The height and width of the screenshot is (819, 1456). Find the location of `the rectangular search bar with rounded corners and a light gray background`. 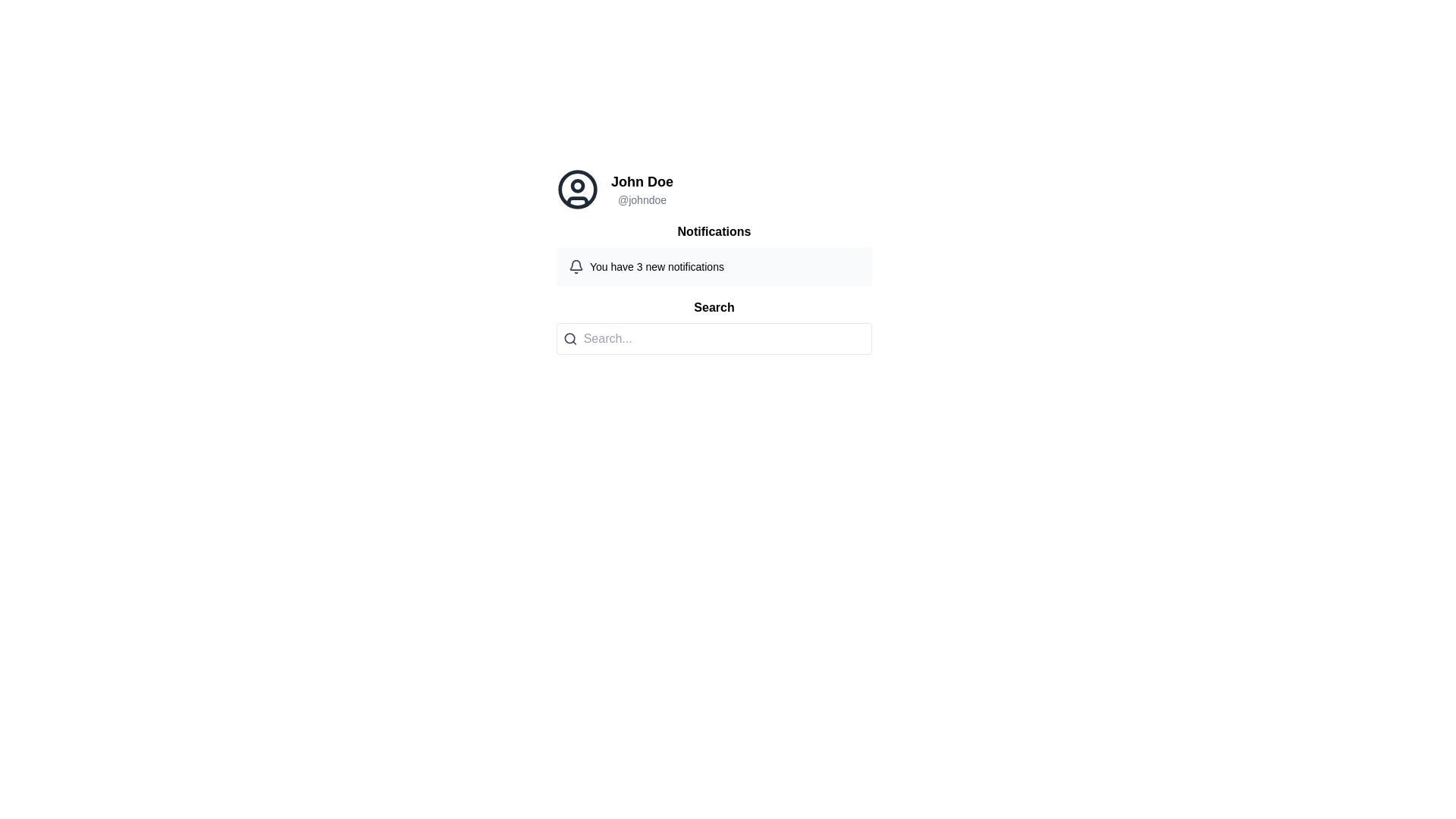

the rectangular search bar with rounded corners and a light gray background is located at coordinates (713, 338).